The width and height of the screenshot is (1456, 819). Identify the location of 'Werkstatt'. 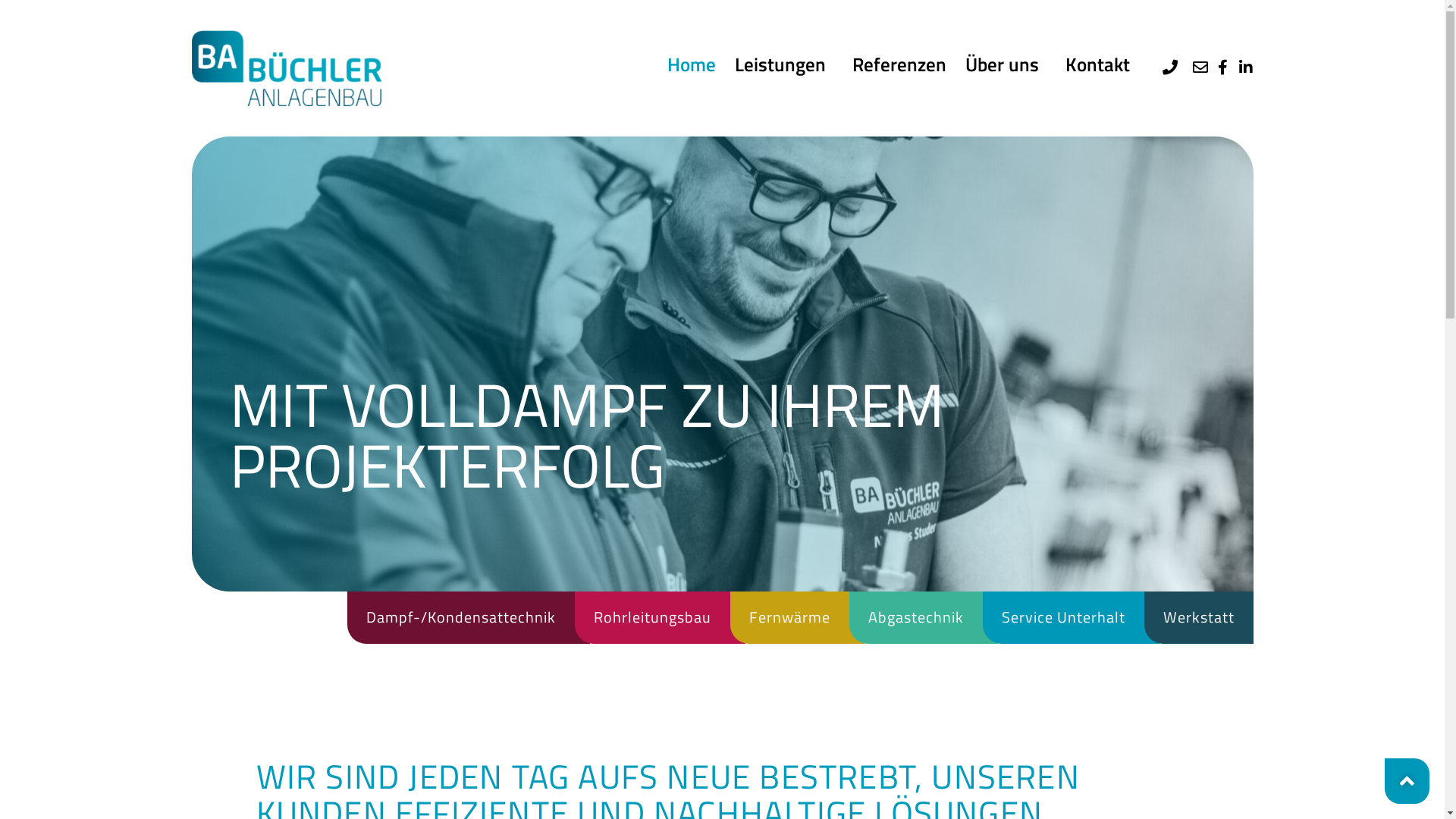
(1197, 617).